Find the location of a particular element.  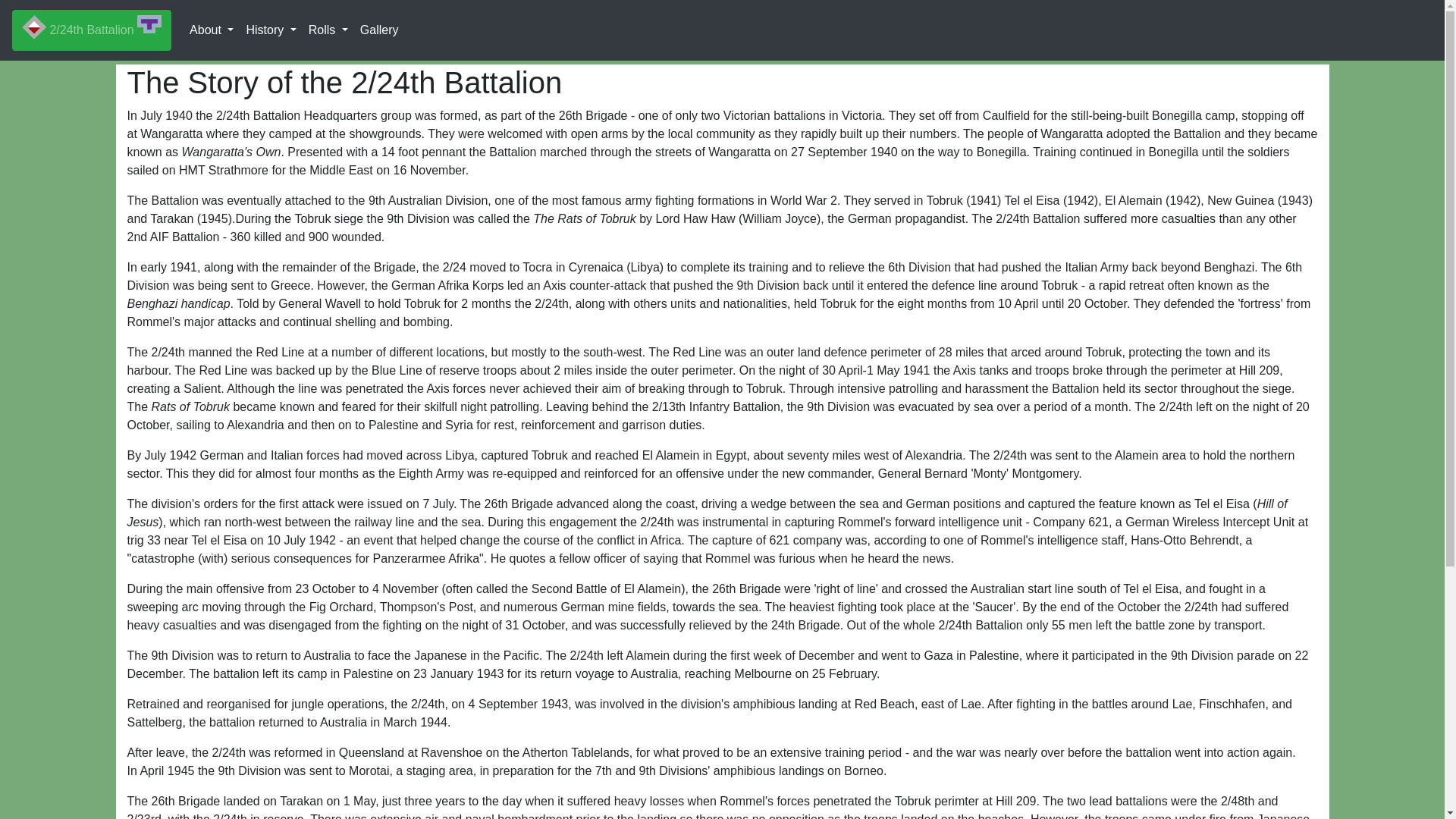

'2/24th Battalion' is located at coordinates (90, 30).